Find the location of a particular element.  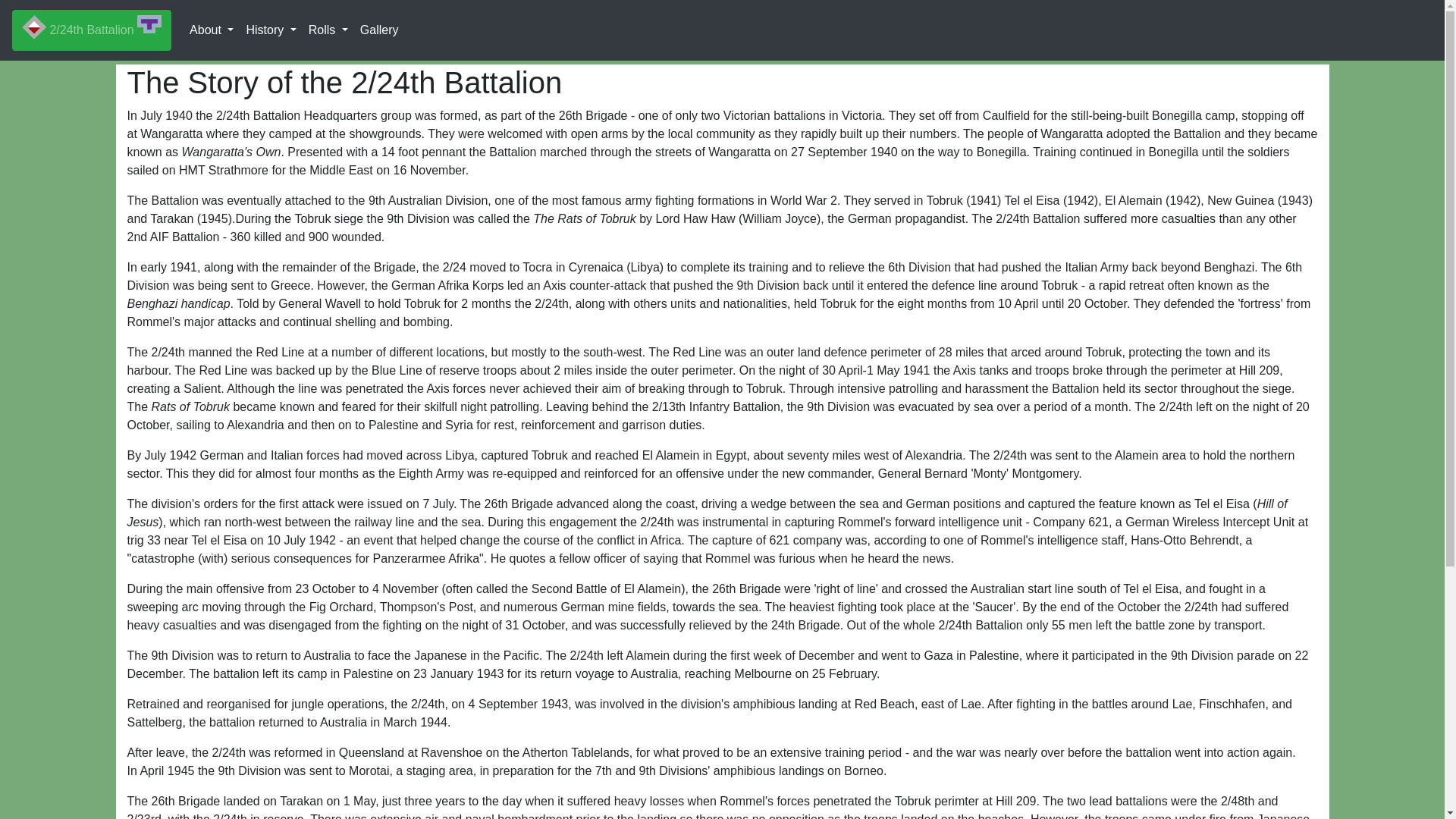

'2/24th Battalion' is located at coordinates (90, 30).